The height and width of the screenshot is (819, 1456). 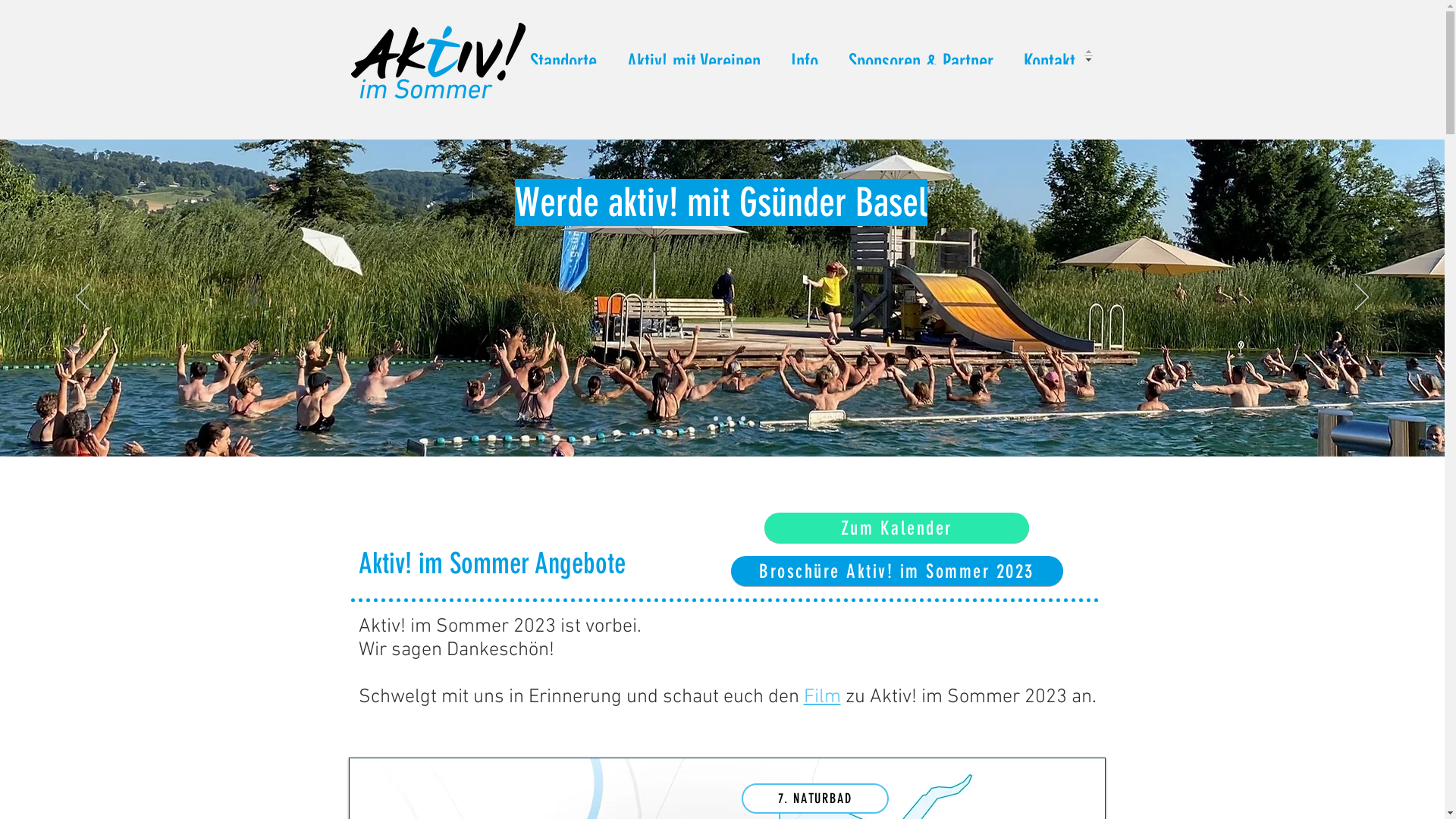 What do you see at coordinates (1008, 55) in the screenshot?
I see `'Kontakt'` at bounding box center [1008, 55].